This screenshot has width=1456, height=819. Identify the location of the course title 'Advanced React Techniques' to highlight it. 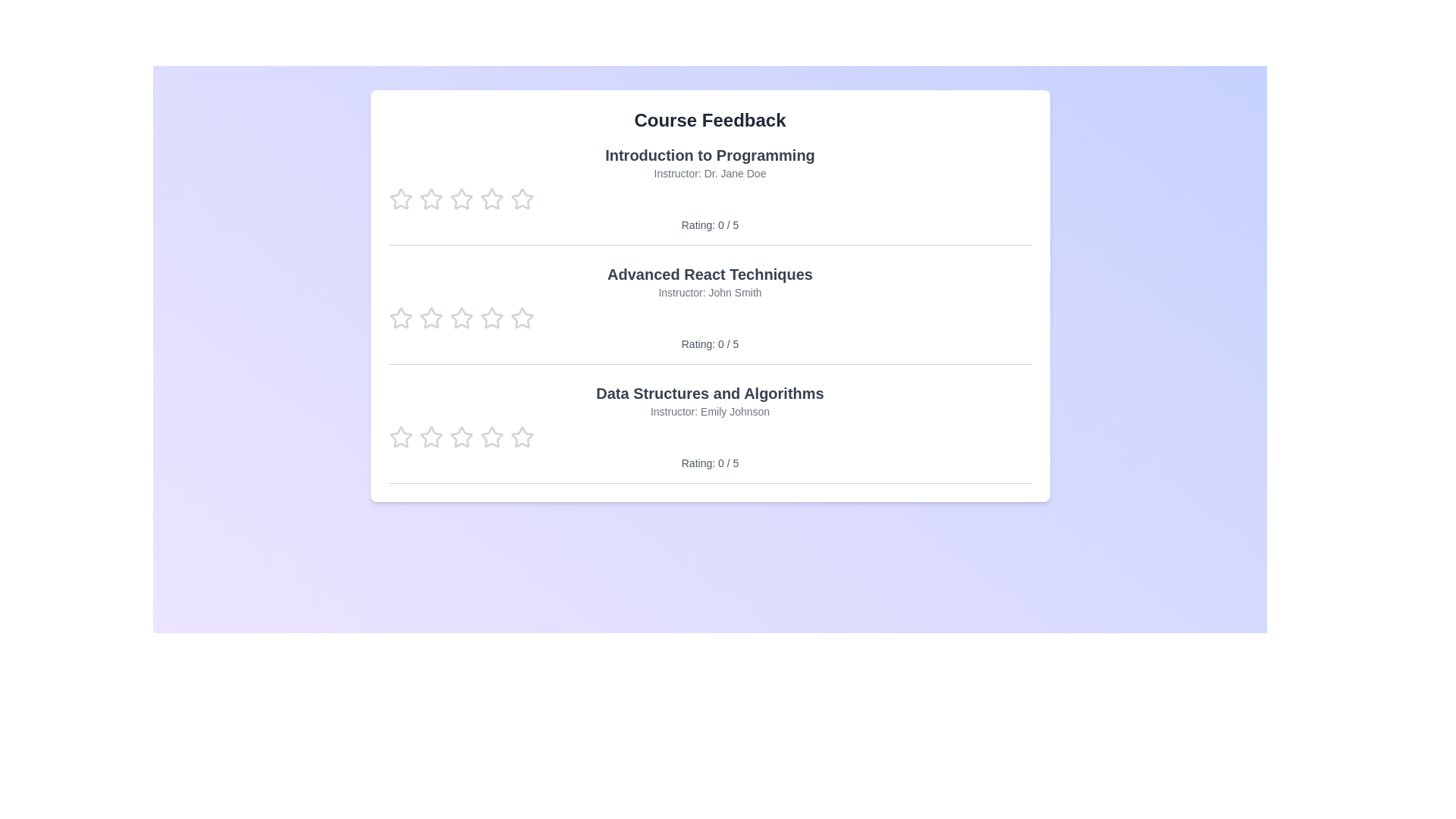
(709, 275).